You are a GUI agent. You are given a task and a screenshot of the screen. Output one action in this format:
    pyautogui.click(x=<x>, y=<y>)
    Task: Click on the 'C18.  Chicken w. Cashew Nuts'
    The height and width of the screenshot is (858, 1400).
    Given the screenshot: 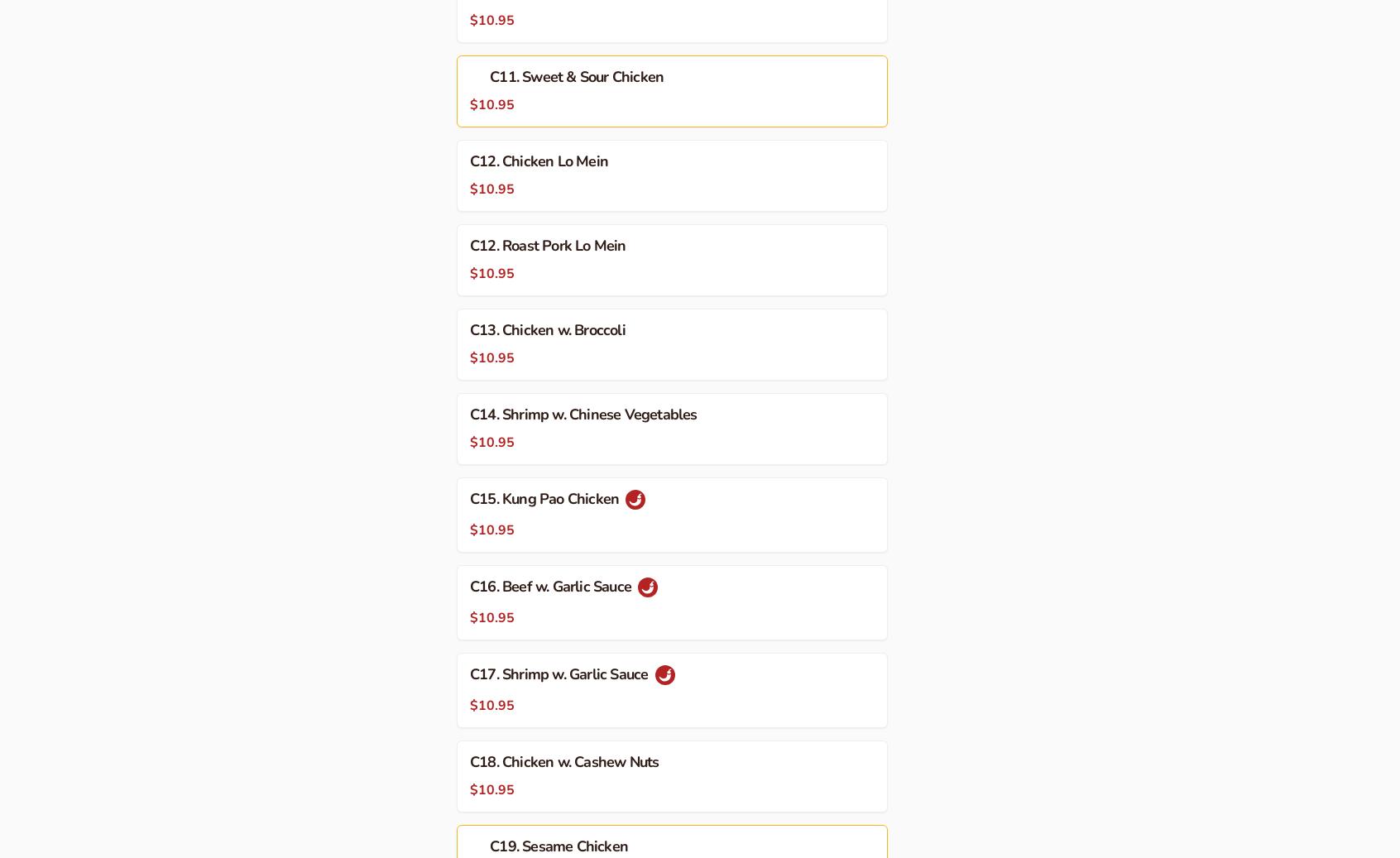 What is the action you would take?
    pyautogui.click(x=564, y=761)
    